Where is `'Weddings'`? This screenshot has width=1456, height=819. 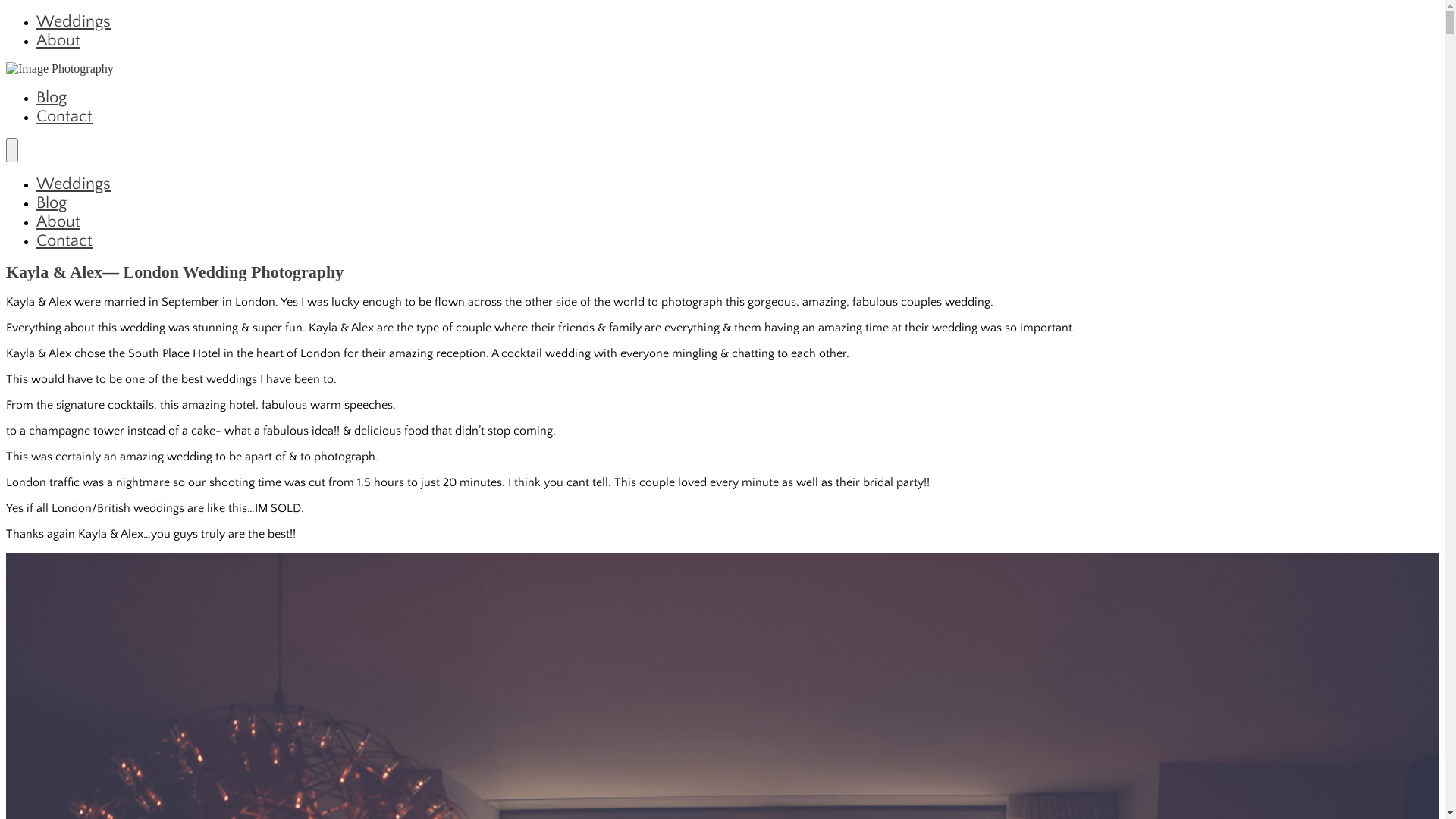 'Weddings' is located at coordinates (72, 183).